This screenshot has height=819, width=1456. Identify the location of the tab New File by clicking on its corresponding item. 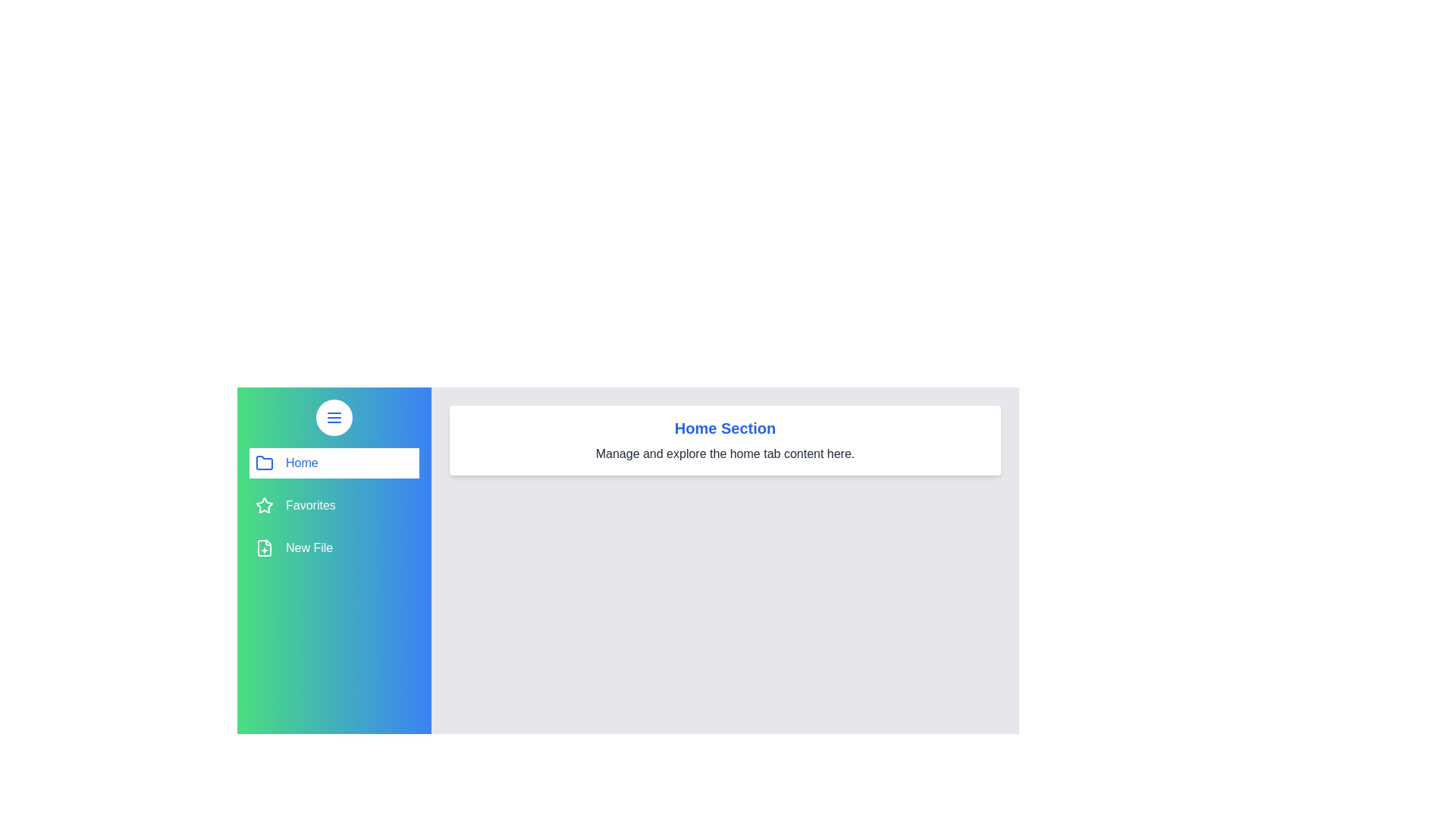
(334, 548).